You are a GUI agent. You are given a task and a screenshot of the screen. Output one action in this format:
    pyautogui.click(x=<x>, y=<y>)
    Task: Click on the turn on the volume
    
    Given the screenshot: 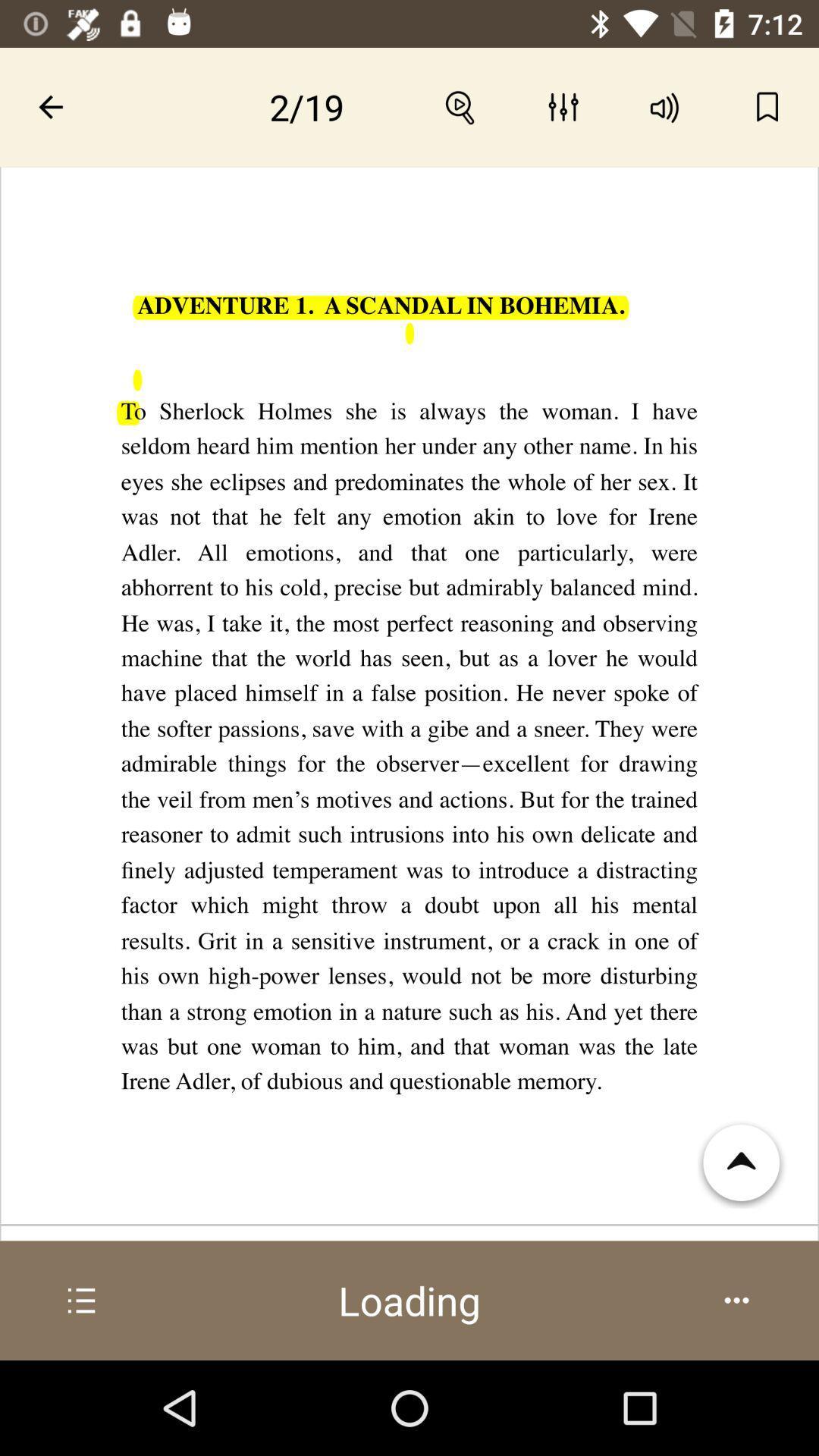 What is the action you would take?
    pyautogui.click(x=664, y=106)
    